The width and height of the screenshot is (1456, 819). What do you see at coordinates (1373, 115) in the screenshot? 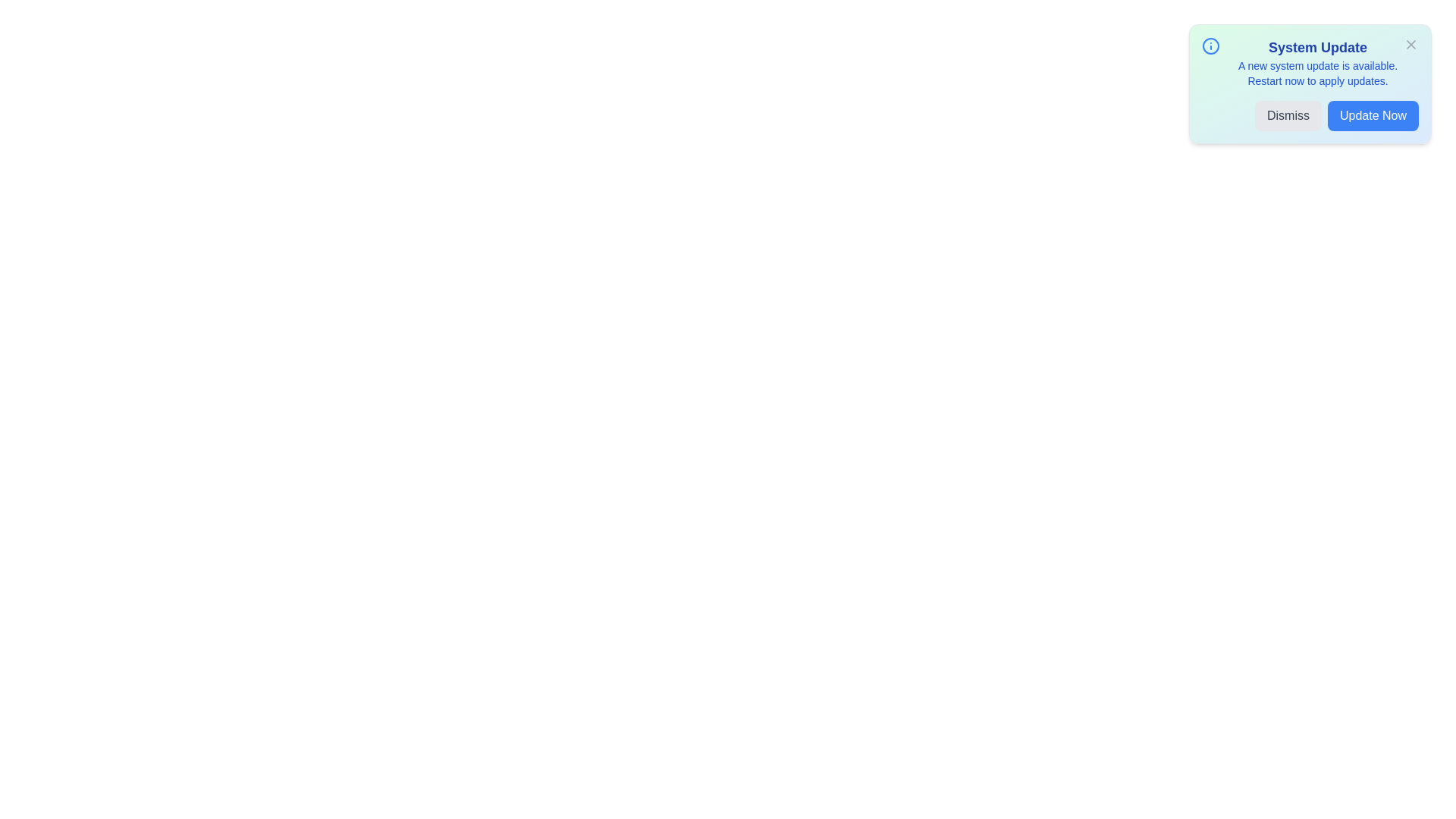
I see `the 'Update Now' button to initiate the system update` at bounding box center [1373, 115].